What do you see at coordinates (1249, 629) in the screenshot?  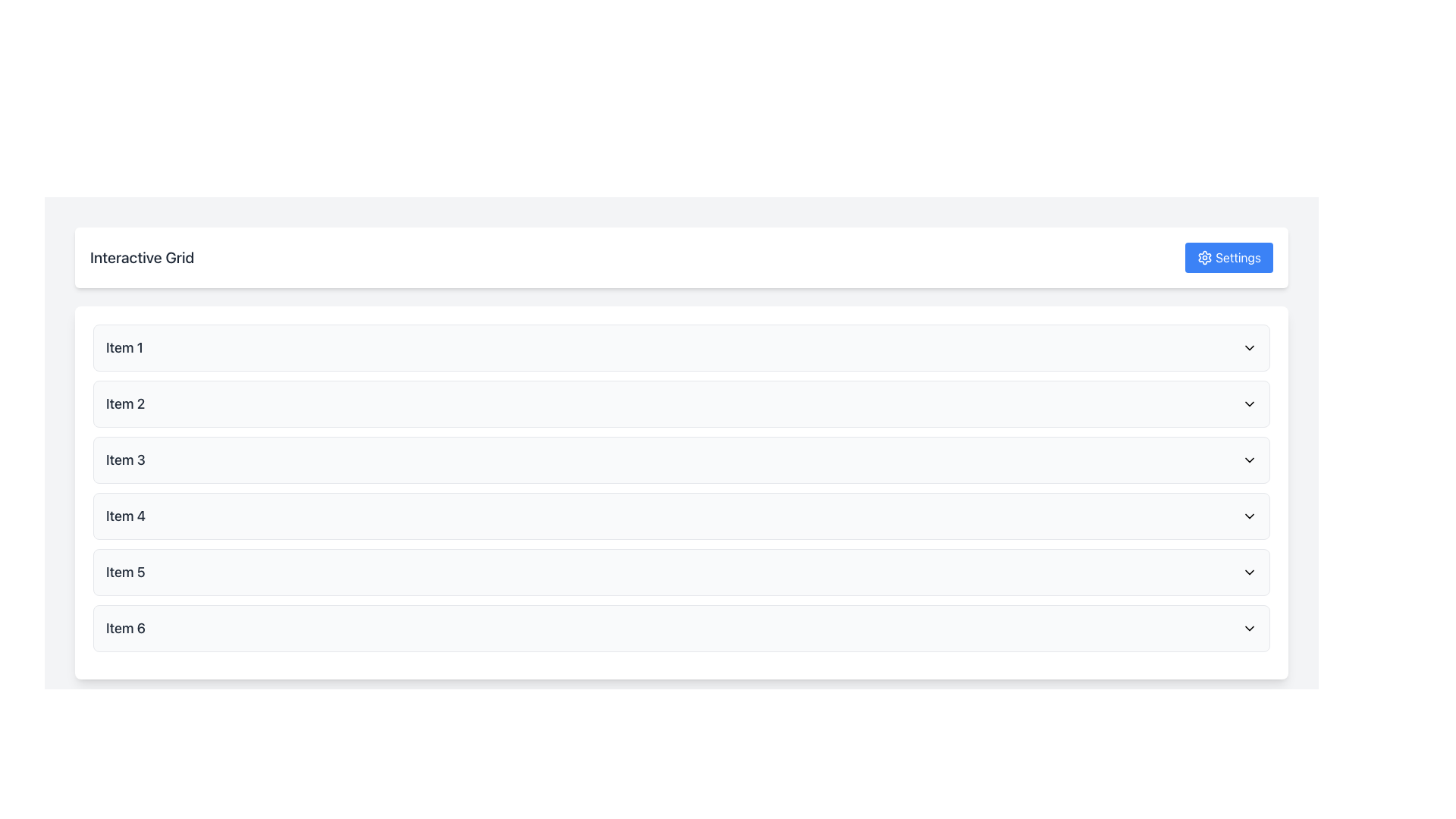 I see `the dropdown toggle icon for 'Item 6', which is positioned as the rightmost component of its row` at bounding box center [1249, 629].